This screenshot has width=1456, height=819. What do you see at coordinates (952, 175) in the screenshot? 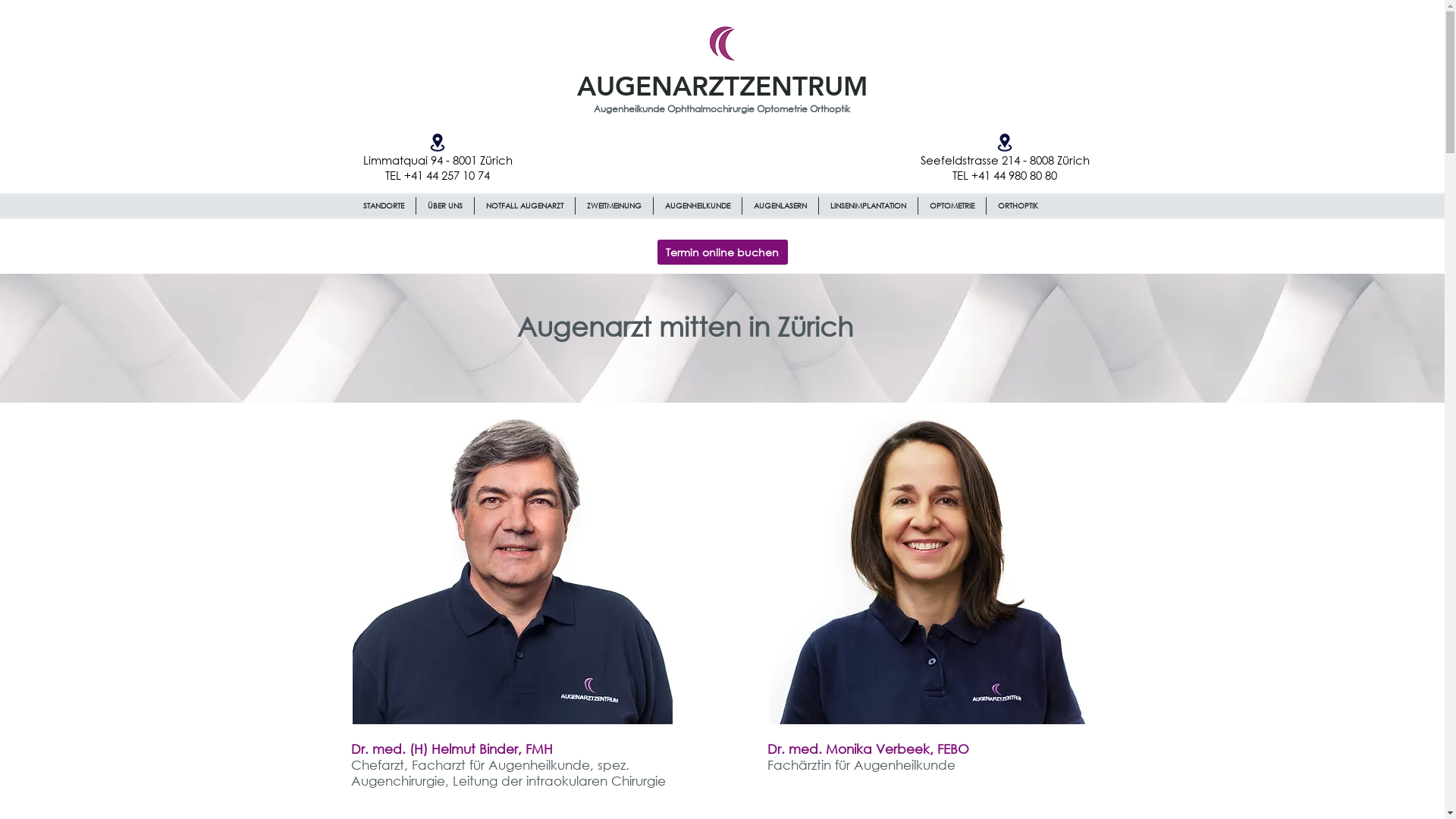
I see `'TEL +41 44 980 80 80'` at bounding box center [952, 175].